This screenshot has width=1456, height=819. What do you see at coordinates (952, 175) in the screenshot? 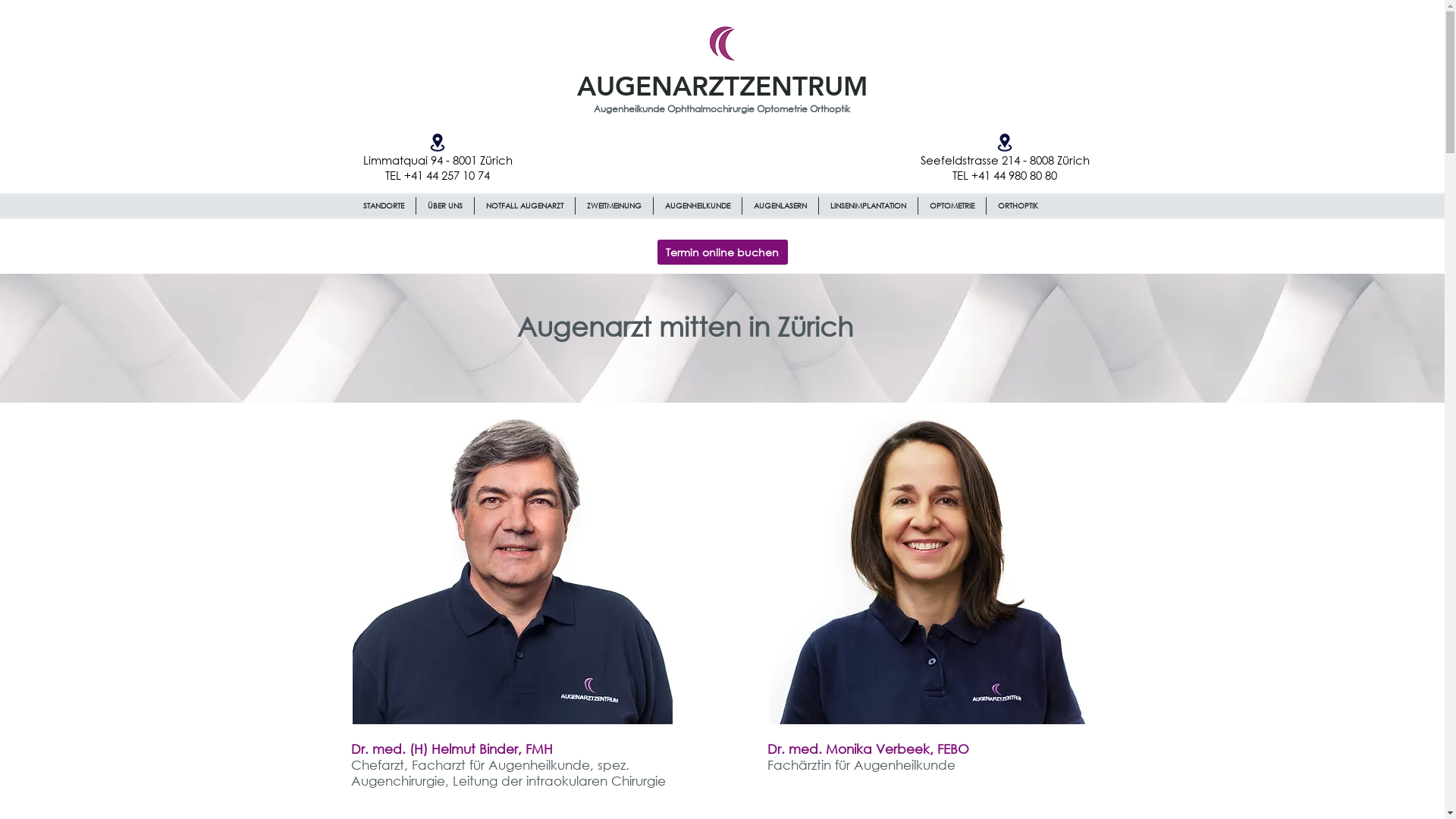
I see `'TEL +41 44 980 80 80'` at bounding box center [952, 175].